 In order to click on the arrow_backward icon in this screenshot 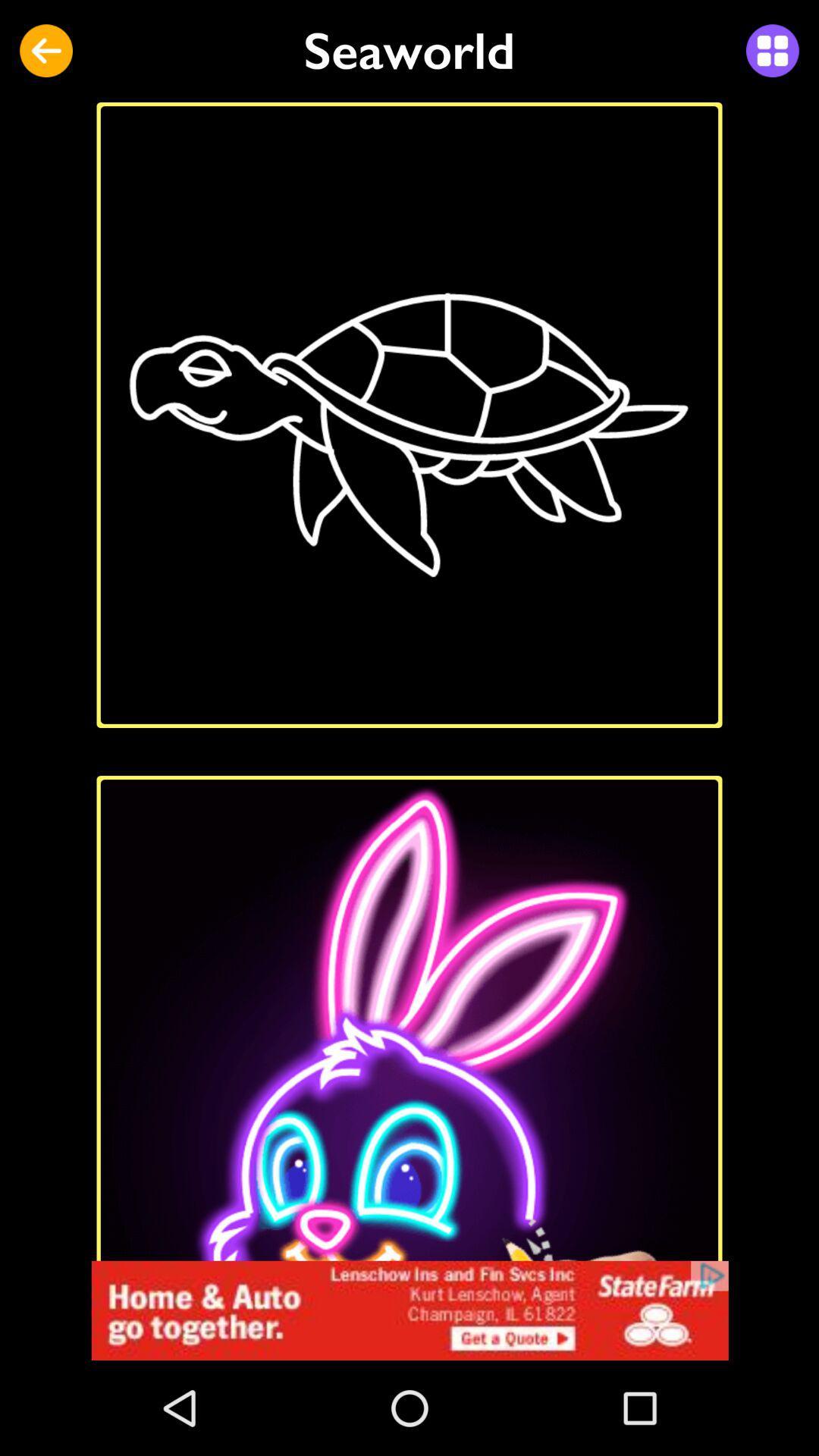, I will do `click(45, 51)`.